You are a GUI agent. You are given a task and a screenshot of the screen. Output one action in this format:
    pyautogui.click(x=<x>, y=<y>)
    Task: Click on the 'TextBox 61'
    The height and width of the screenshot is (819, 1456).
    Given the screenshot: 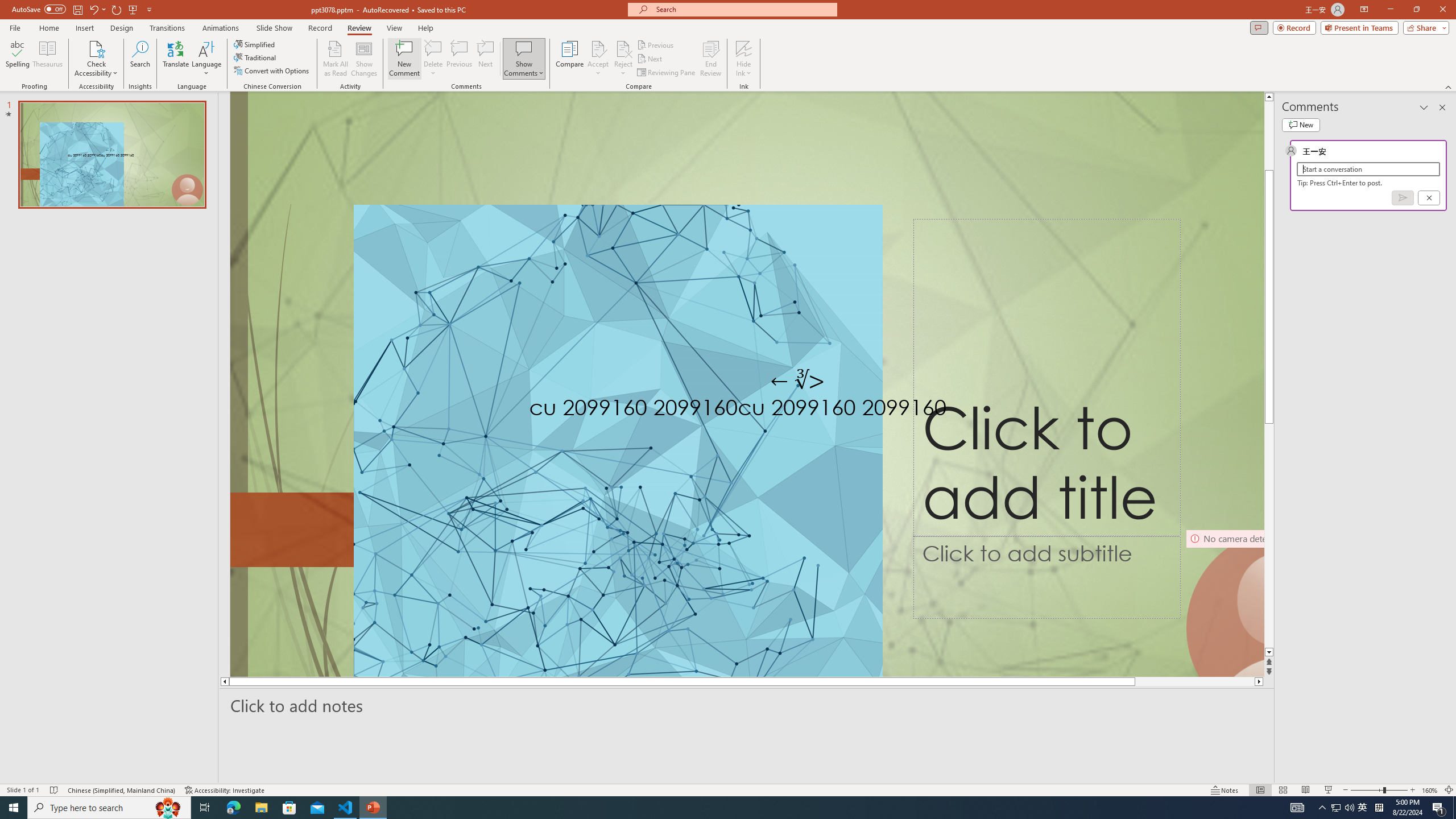 What is the action you would take?
    pyautogui.click(x=807, y=409)
    